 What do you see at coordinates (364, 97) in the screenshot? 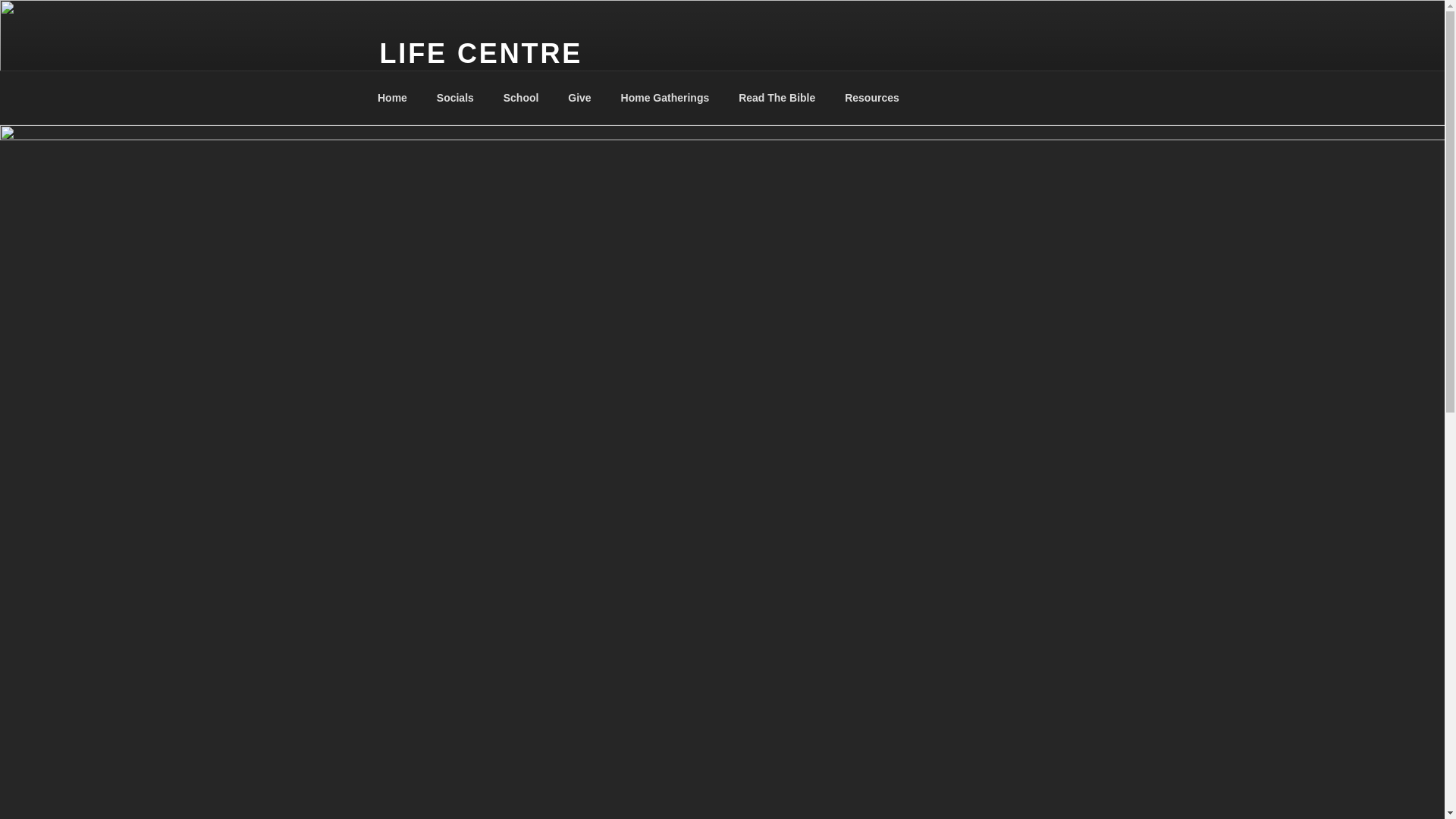
I see `'Home'` at bounding box center [364, 97].